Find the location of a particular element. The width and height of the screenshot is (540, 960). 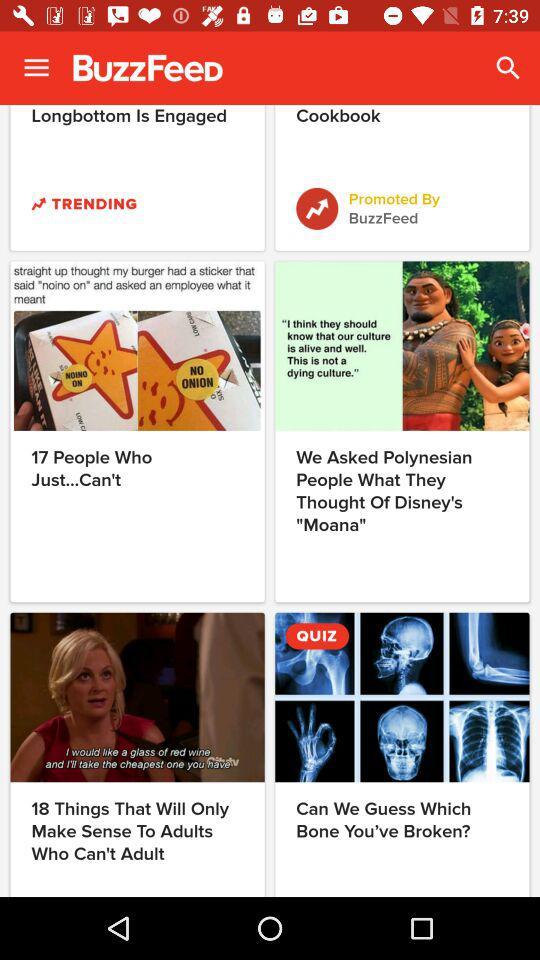

item to the right of the god damnit neville is located at coordinates (508, 68).